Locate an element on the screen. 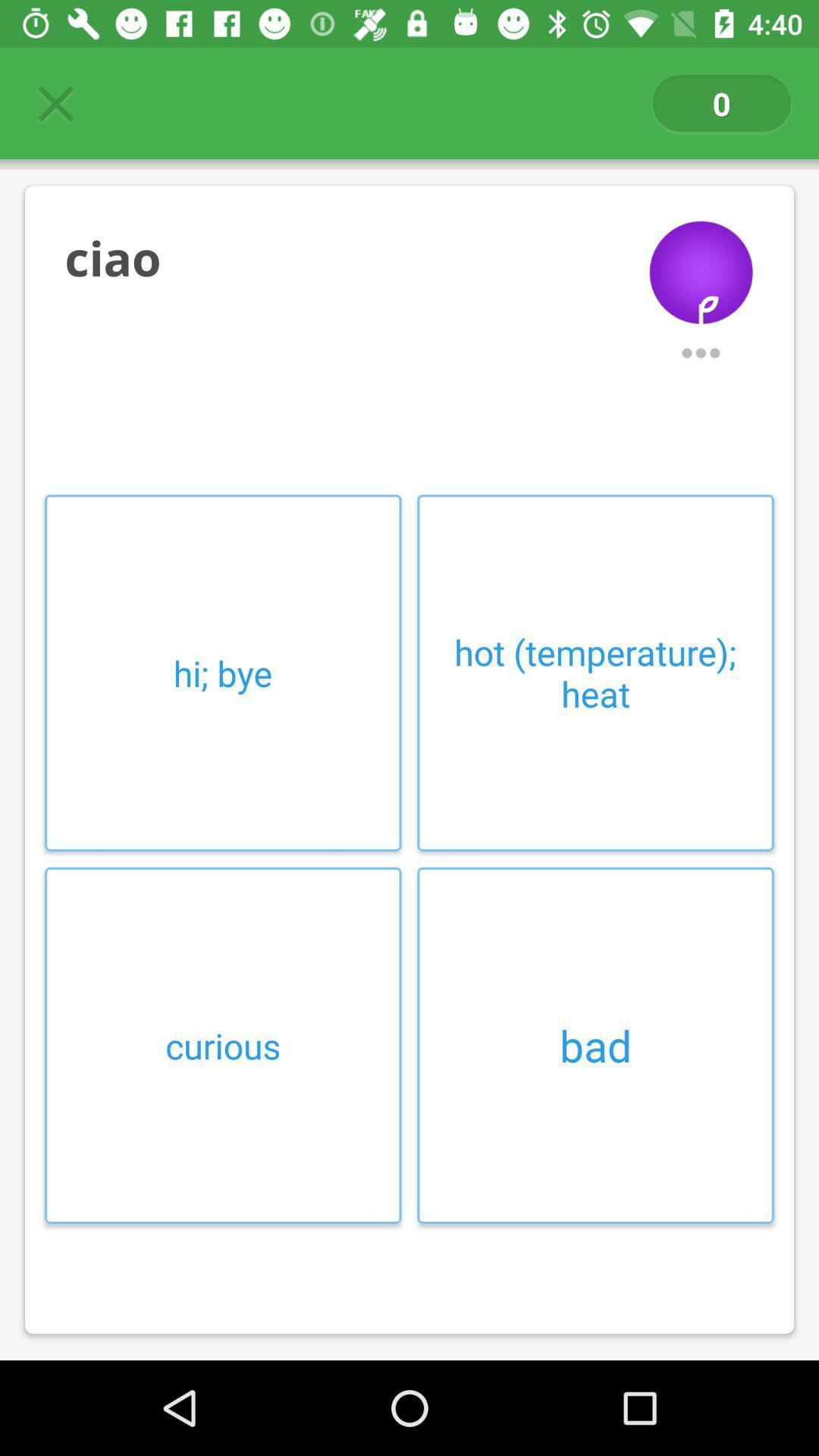 Image resolution: width=819 pixels, height=1456 pixels. hi; bye item is located at coordinates (223, 672).